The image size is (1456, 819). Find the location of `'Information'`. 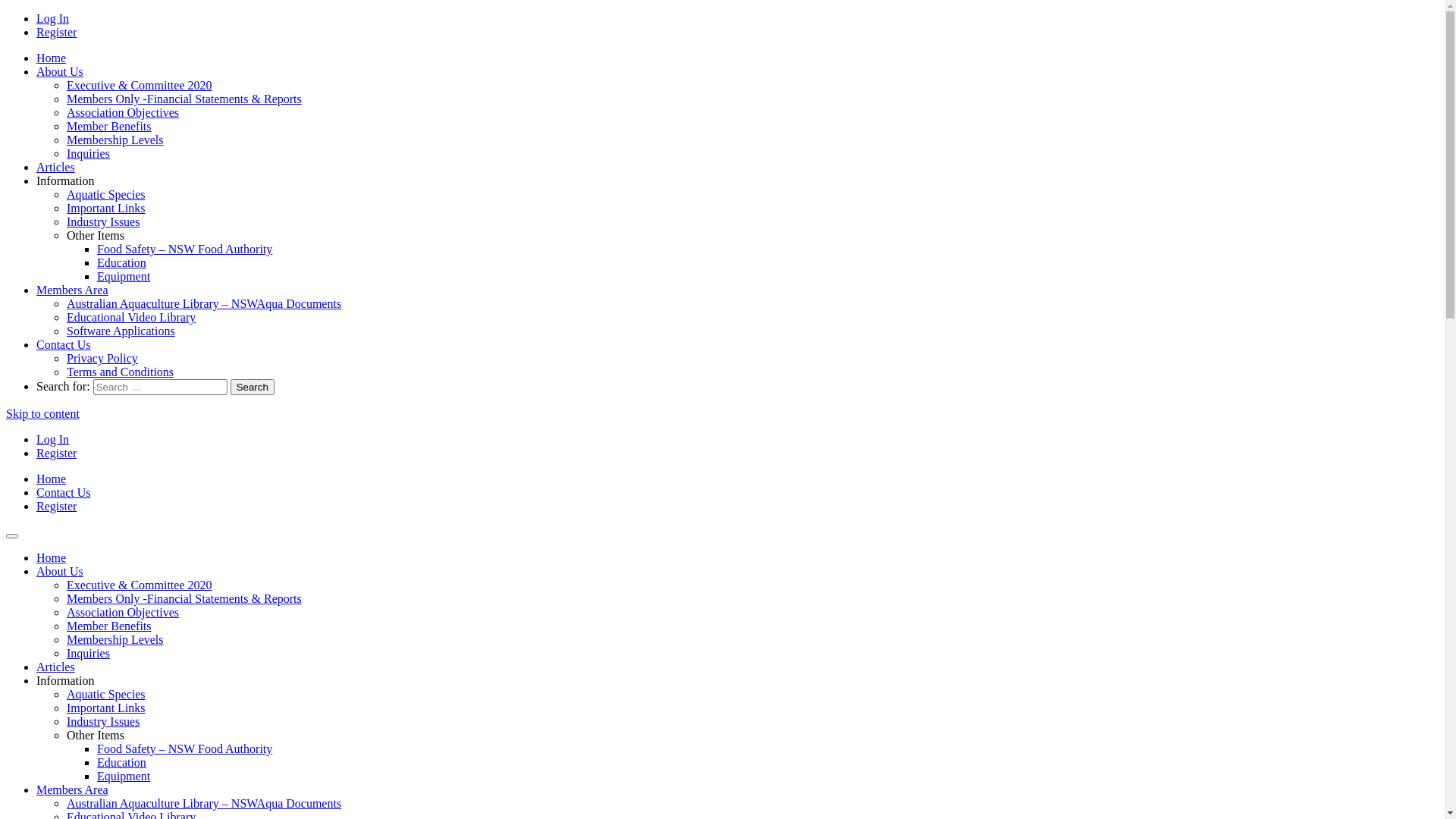

'Information' is located at coordinates (36, 679).